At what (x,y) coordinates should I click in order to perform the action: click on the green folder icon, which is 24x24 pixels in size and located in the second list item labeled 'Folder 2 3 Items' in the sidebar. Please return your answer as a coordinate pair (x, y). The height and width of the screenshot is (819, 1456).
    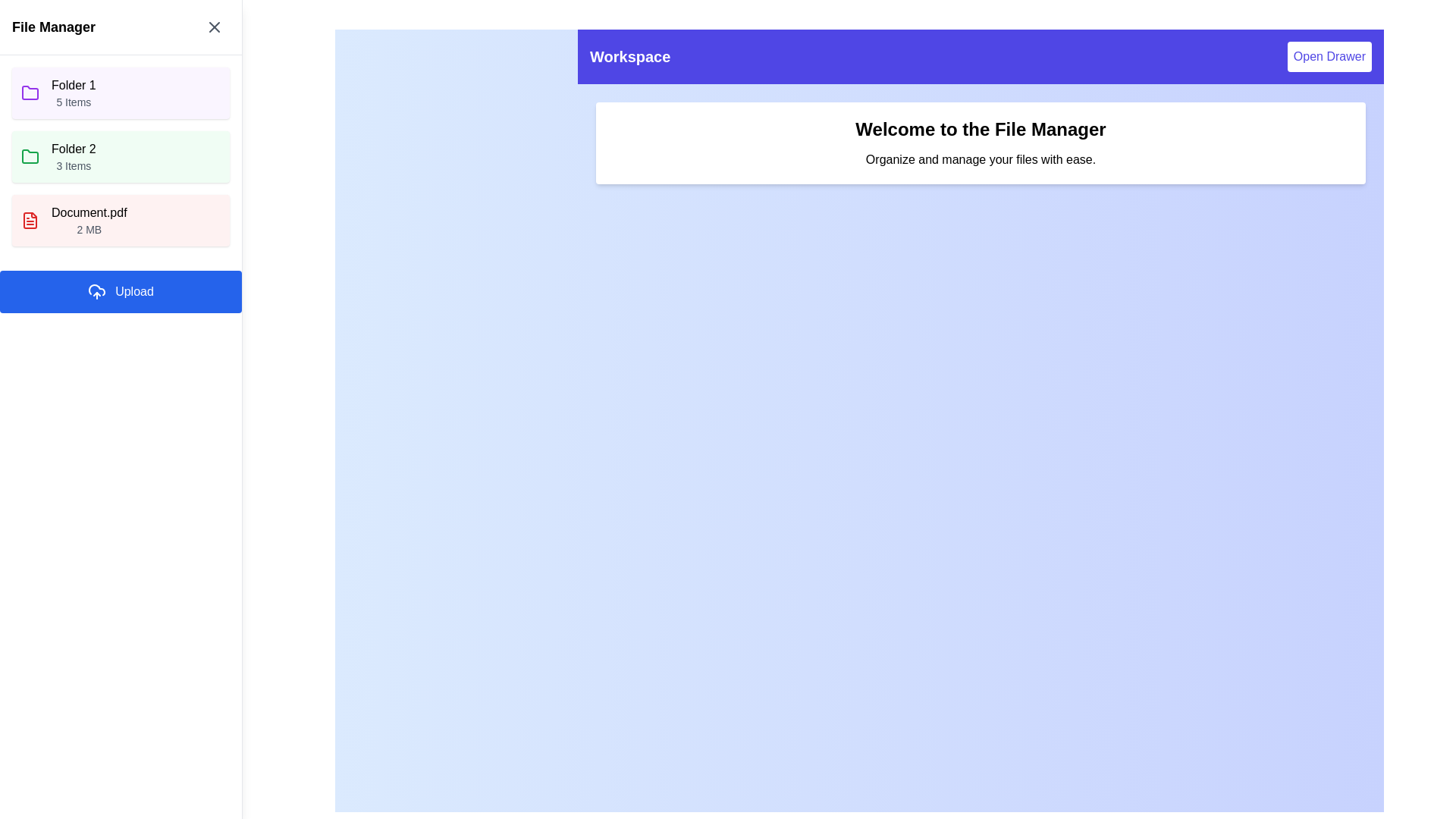
    Looking at the image, I should click on (30, 157).